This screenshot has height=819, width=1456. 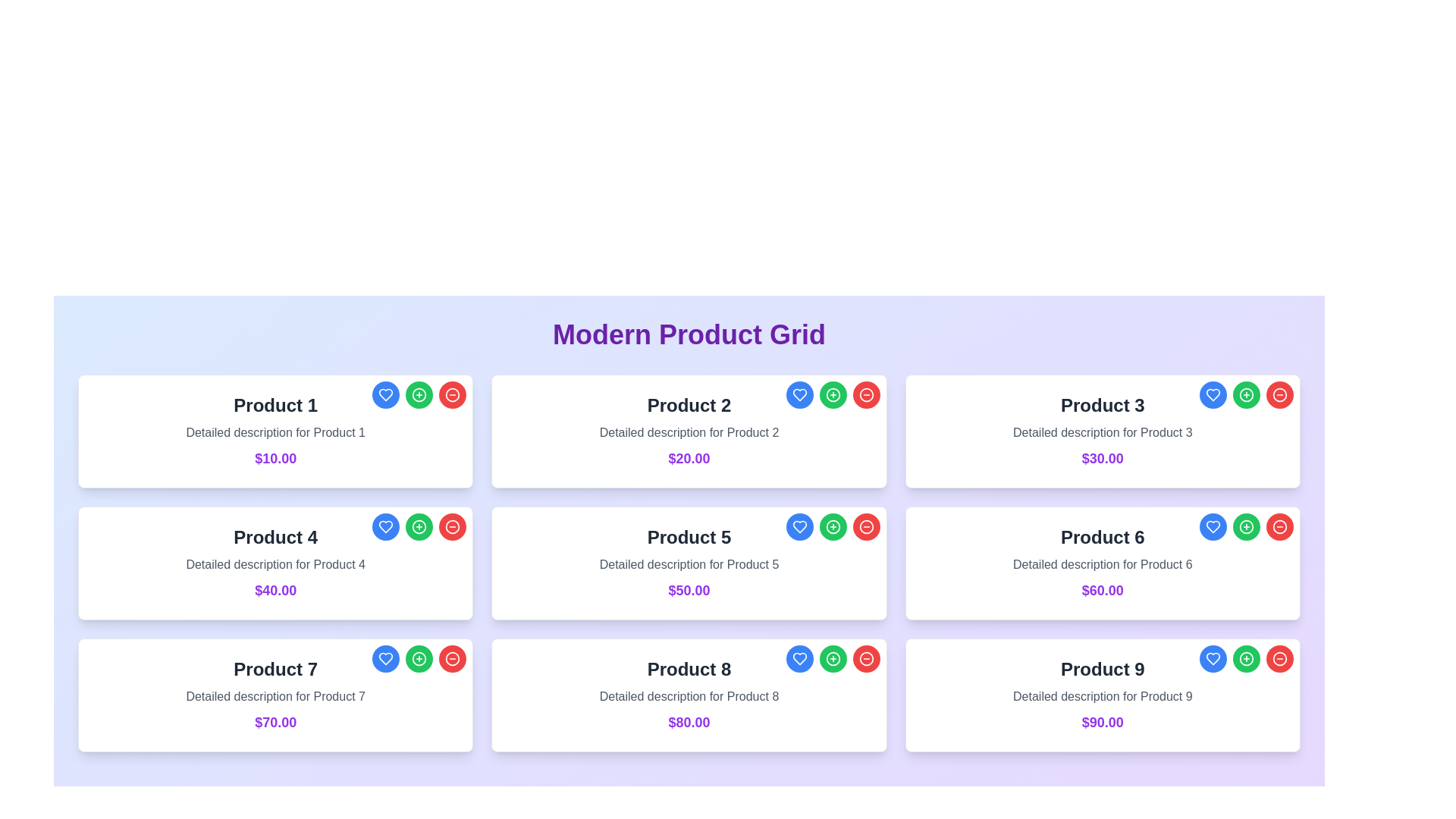 What do you see at coordinates (866, 394) in the screenshot?
I see `the circular red button with a white minus sign icon at the top-right corner of the card for 'Product 2' to invoke its action` at bounding box center [866, 394].